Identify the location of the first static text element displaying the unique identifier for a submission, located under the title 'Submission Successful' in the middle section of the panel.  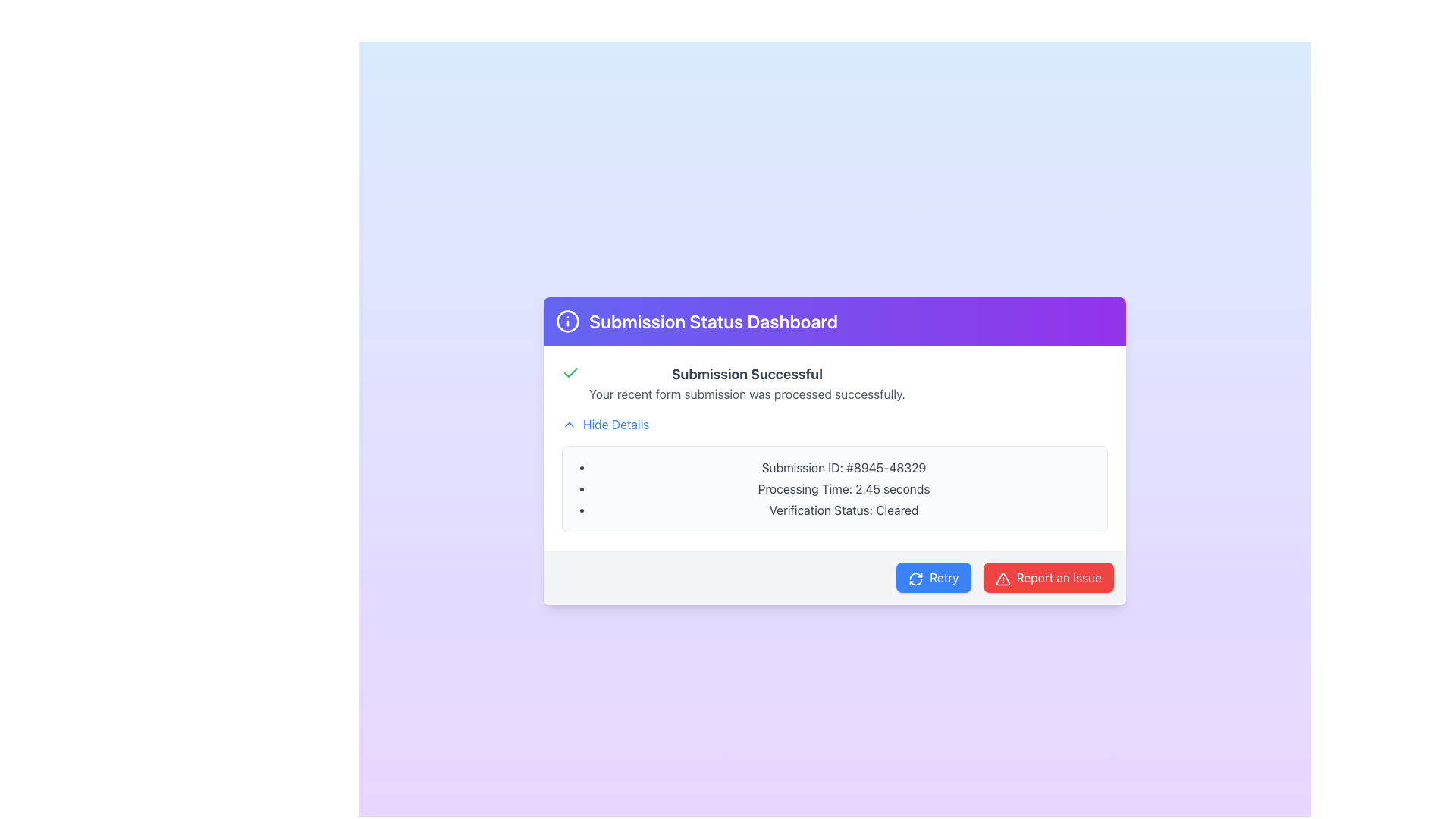
(843, 467).